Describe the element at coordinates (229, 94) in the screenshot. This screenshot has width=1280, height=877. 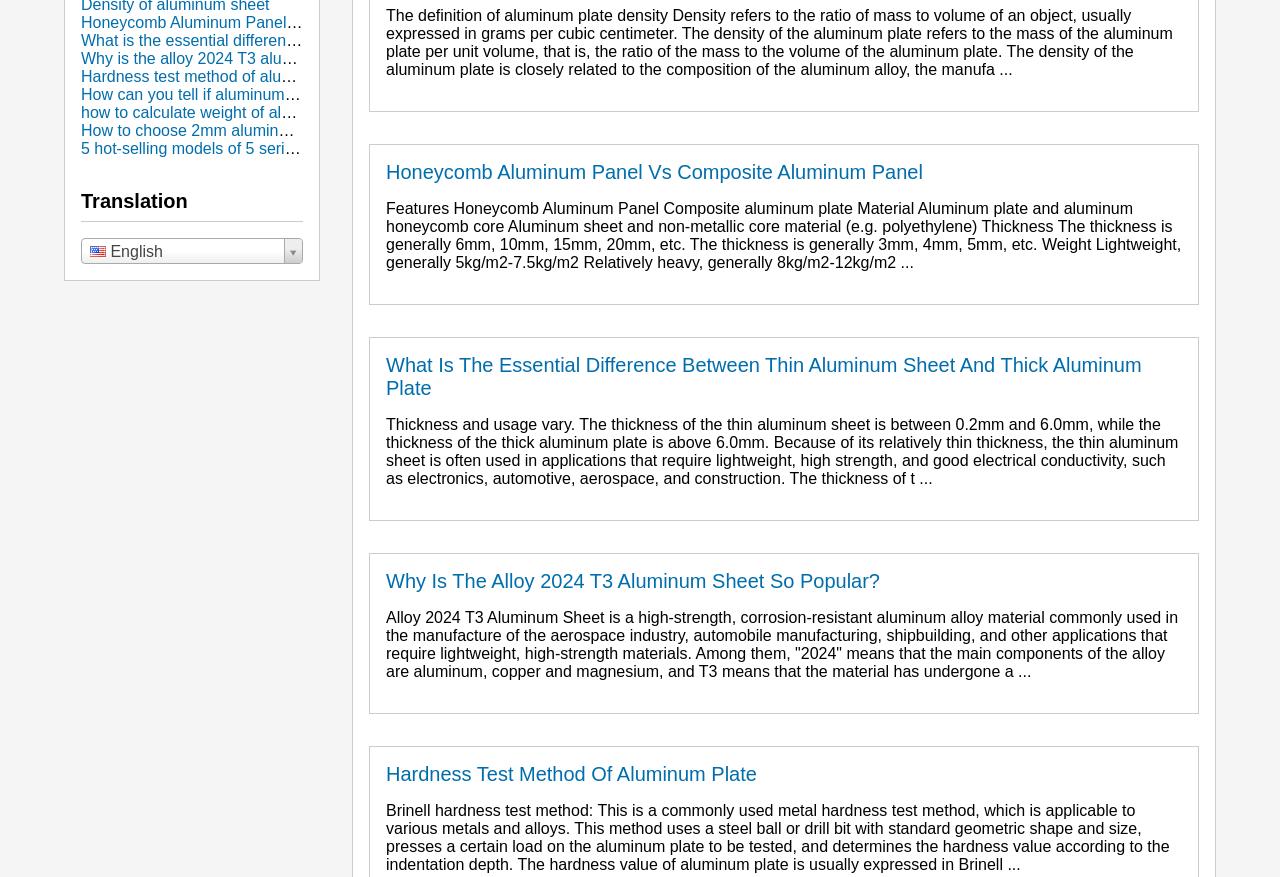
I see `'How can you tell if aluminum is anodized?'` at that location.